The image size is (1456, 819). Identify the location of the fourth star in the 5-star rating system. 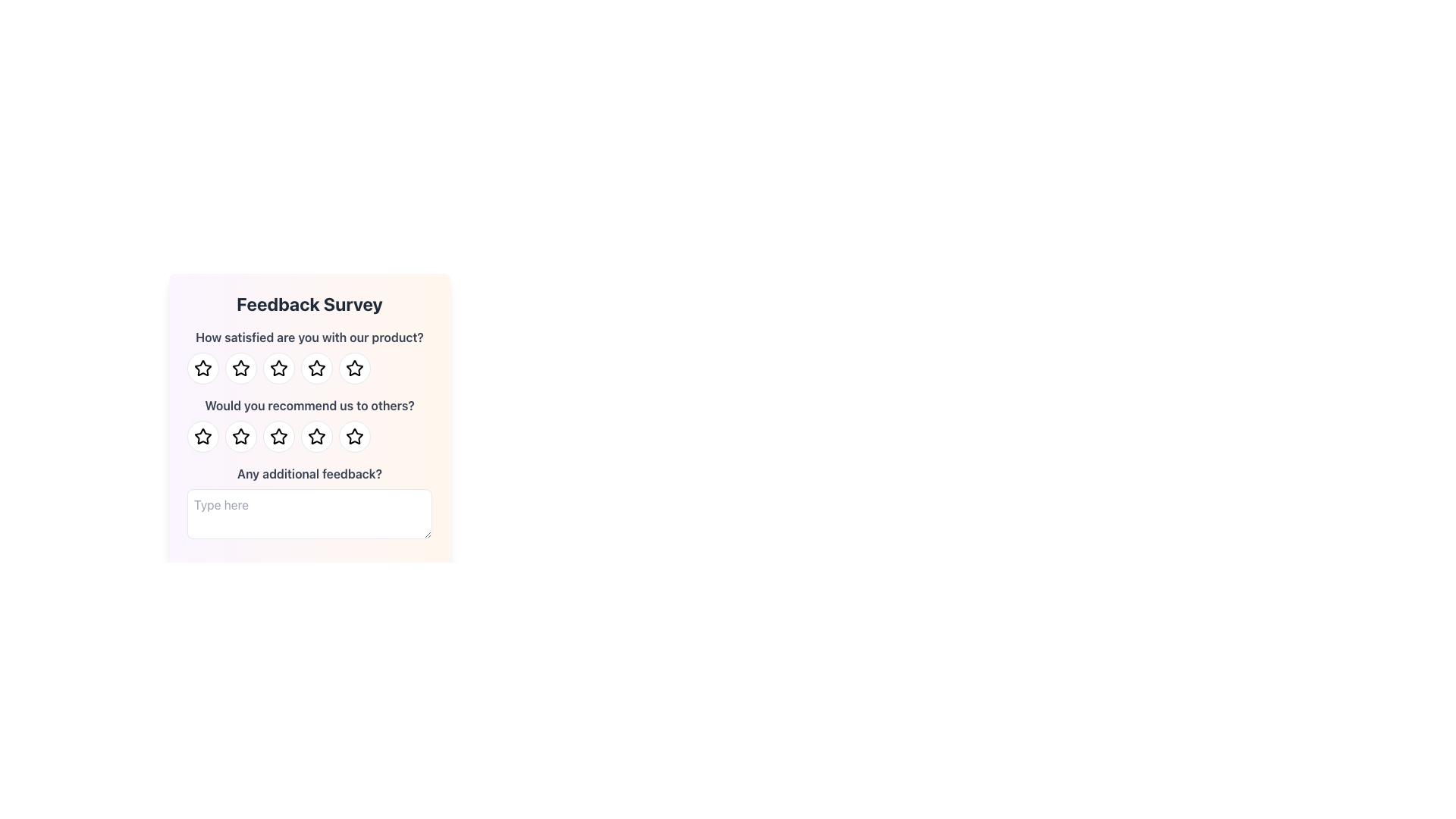
(315, 436).